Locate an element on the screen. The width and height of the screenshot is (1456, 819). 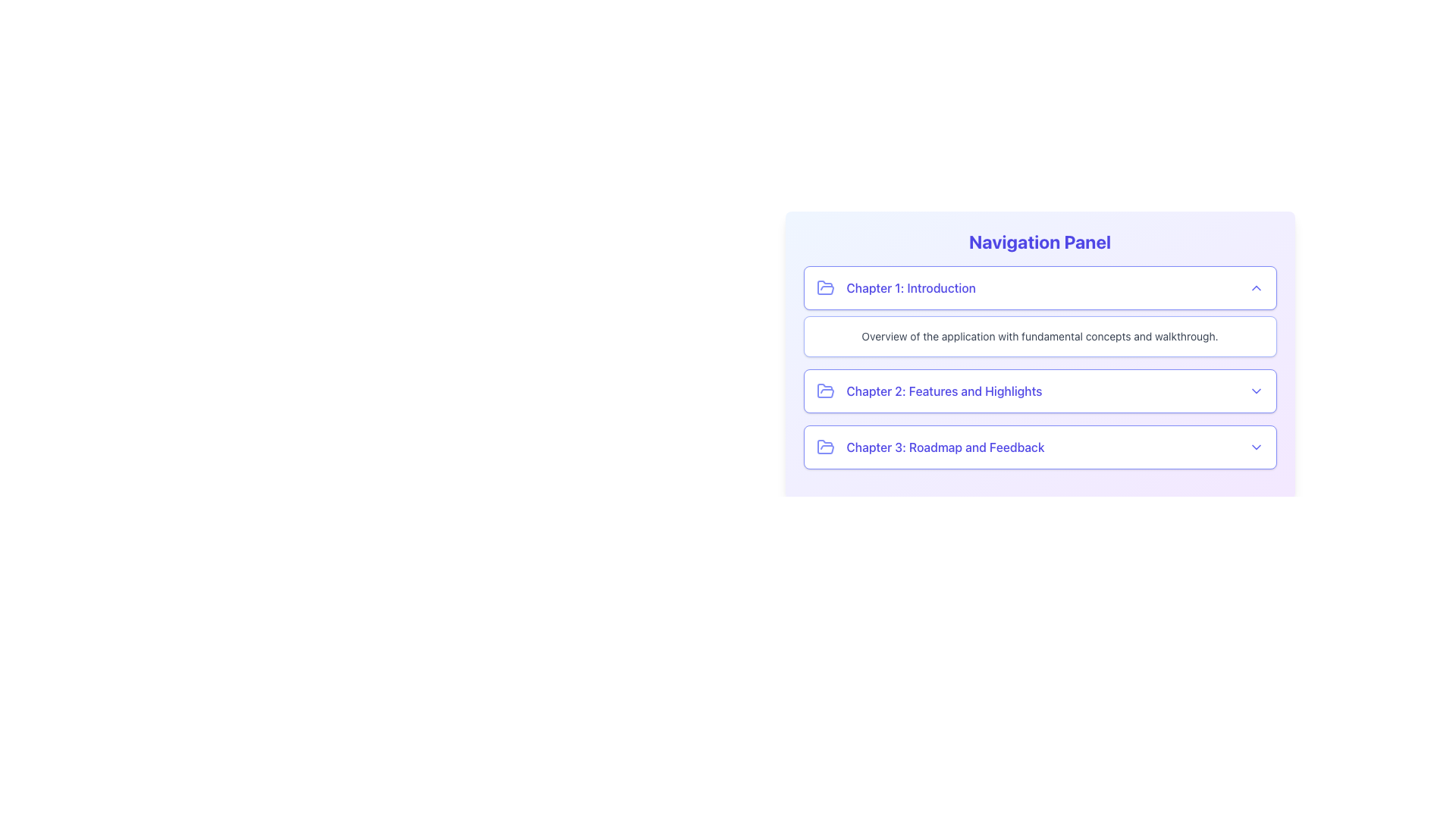
the folder icon associated with 'Chapter 3: Roadmap and Feedback' located in the Navigation Panel is located at coordinates (824, 447).